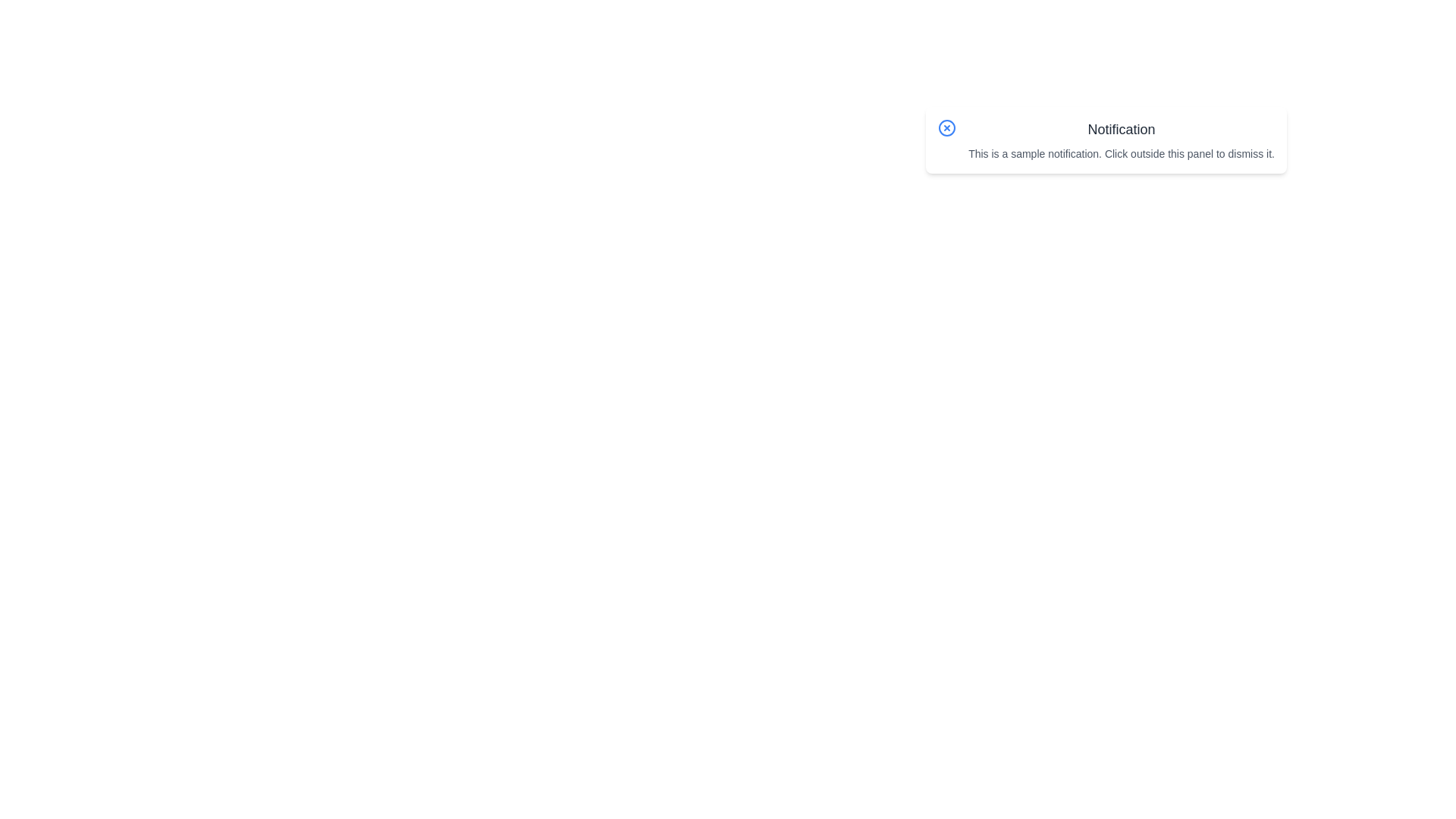 The height and width of the screenshot is (819, 1456). What do you see at coordinates (1122, 128) in the screenshot?
I see `static text heading element displaying 'Notification', which is bold and large, positioned at the top of the notification message panel` at bounding box center [1122, 128].